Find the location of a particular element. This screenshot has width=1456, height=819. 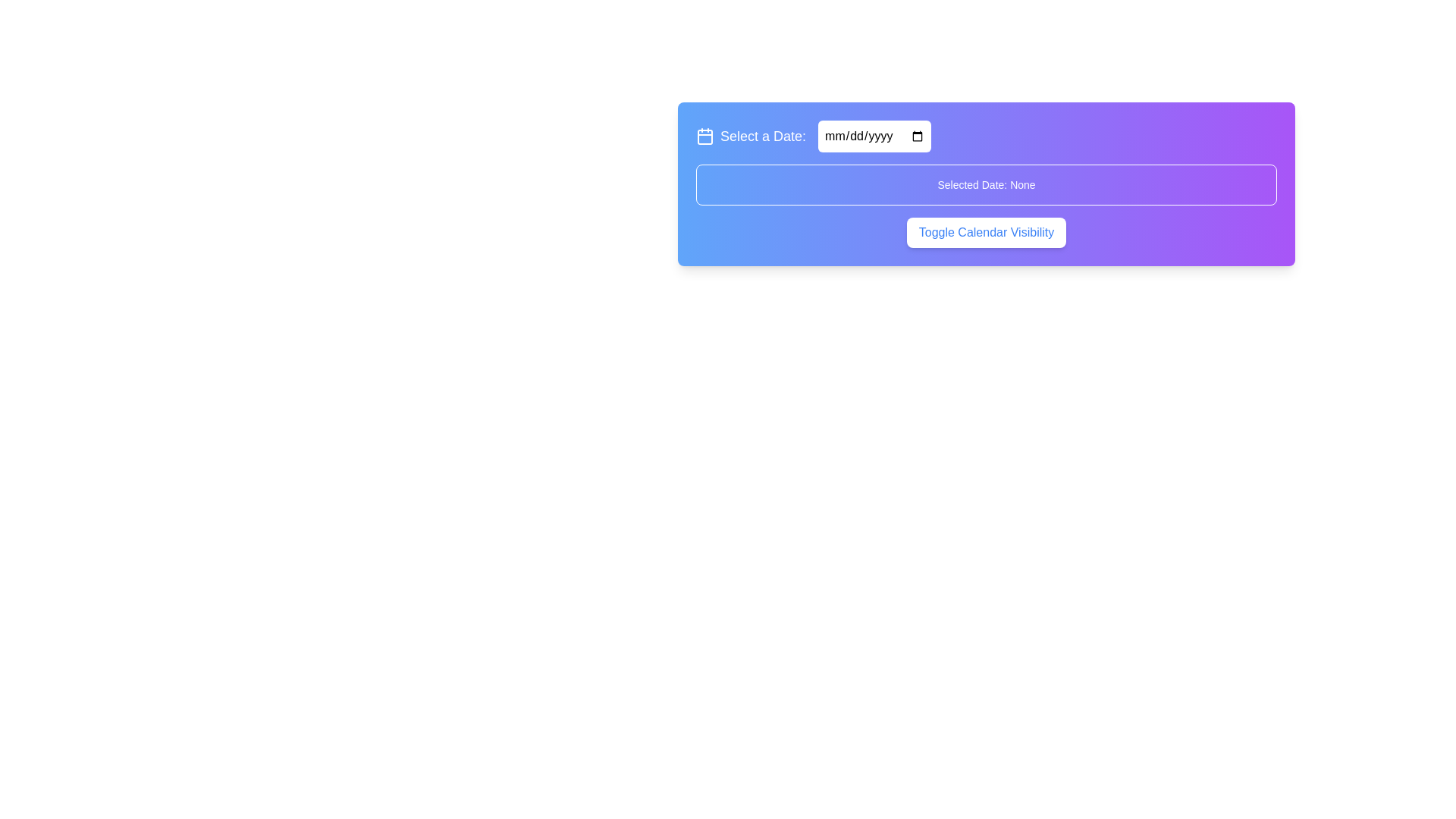

the Date input field marked with placeholder text 'mm/dd/yyyy' is located at coordinates (874, 136).